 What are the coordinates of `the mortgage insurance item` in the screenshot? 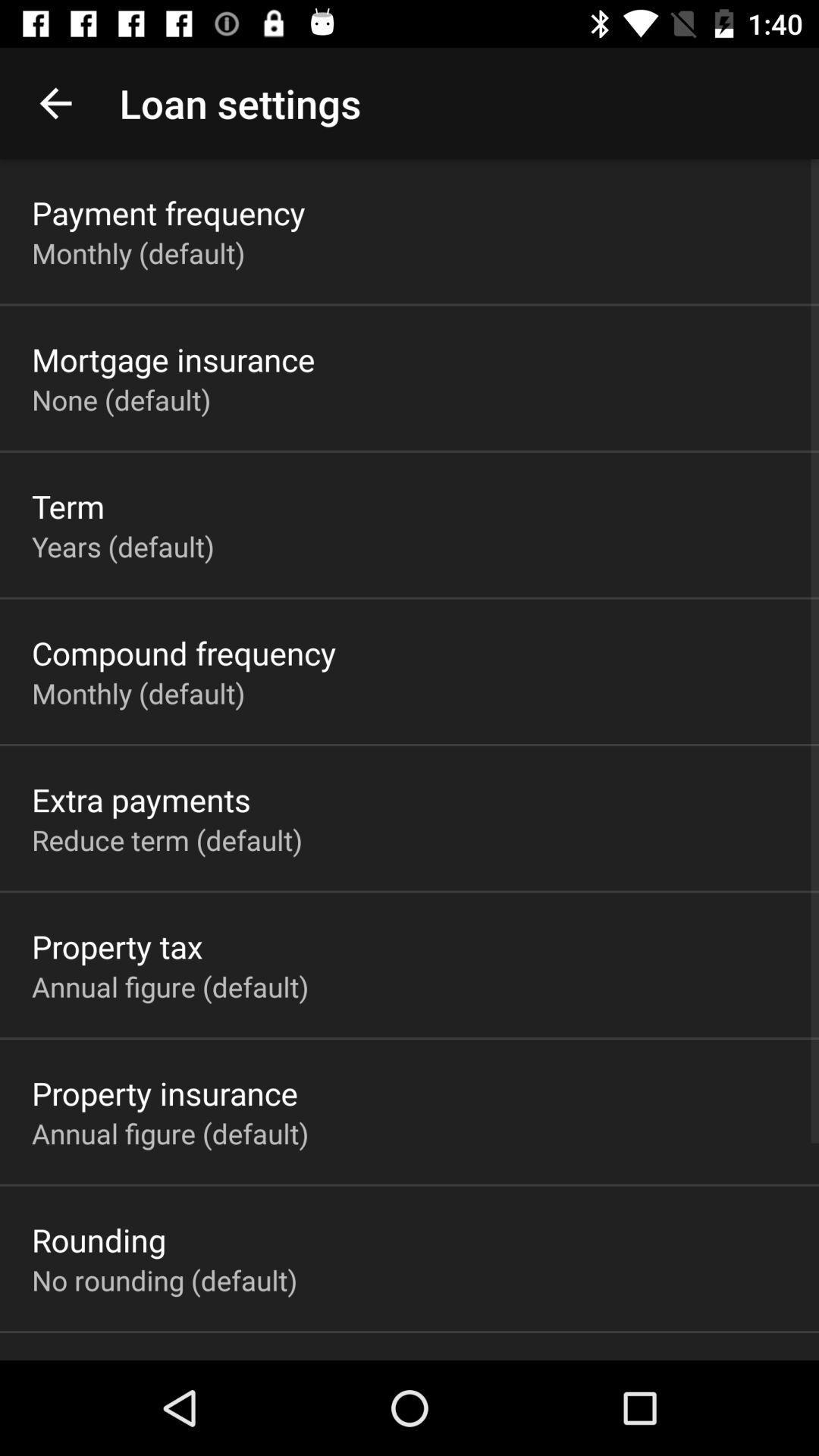 It's located at (172, 359).